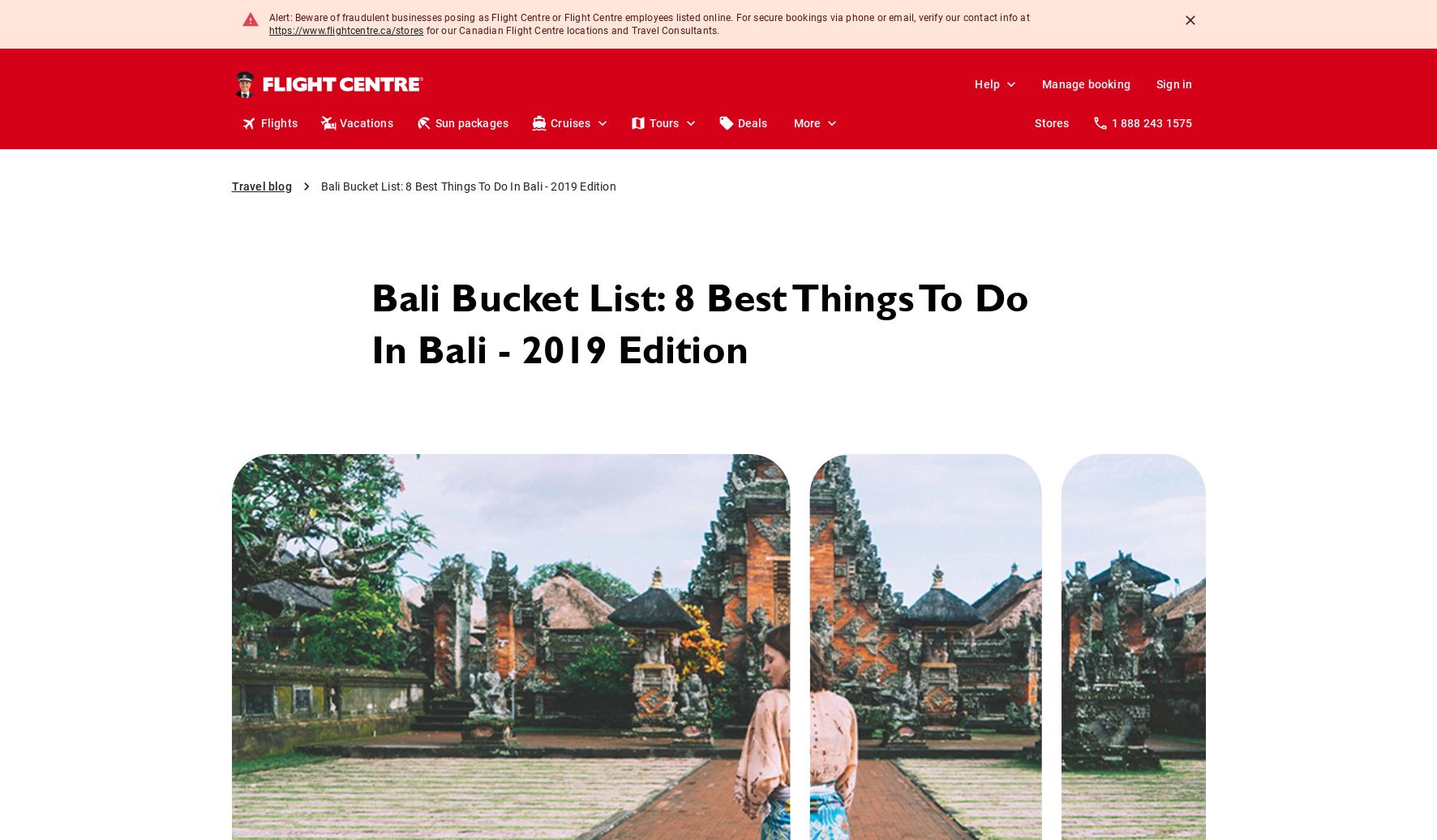  I want to click on 'More', so click(805, 122).